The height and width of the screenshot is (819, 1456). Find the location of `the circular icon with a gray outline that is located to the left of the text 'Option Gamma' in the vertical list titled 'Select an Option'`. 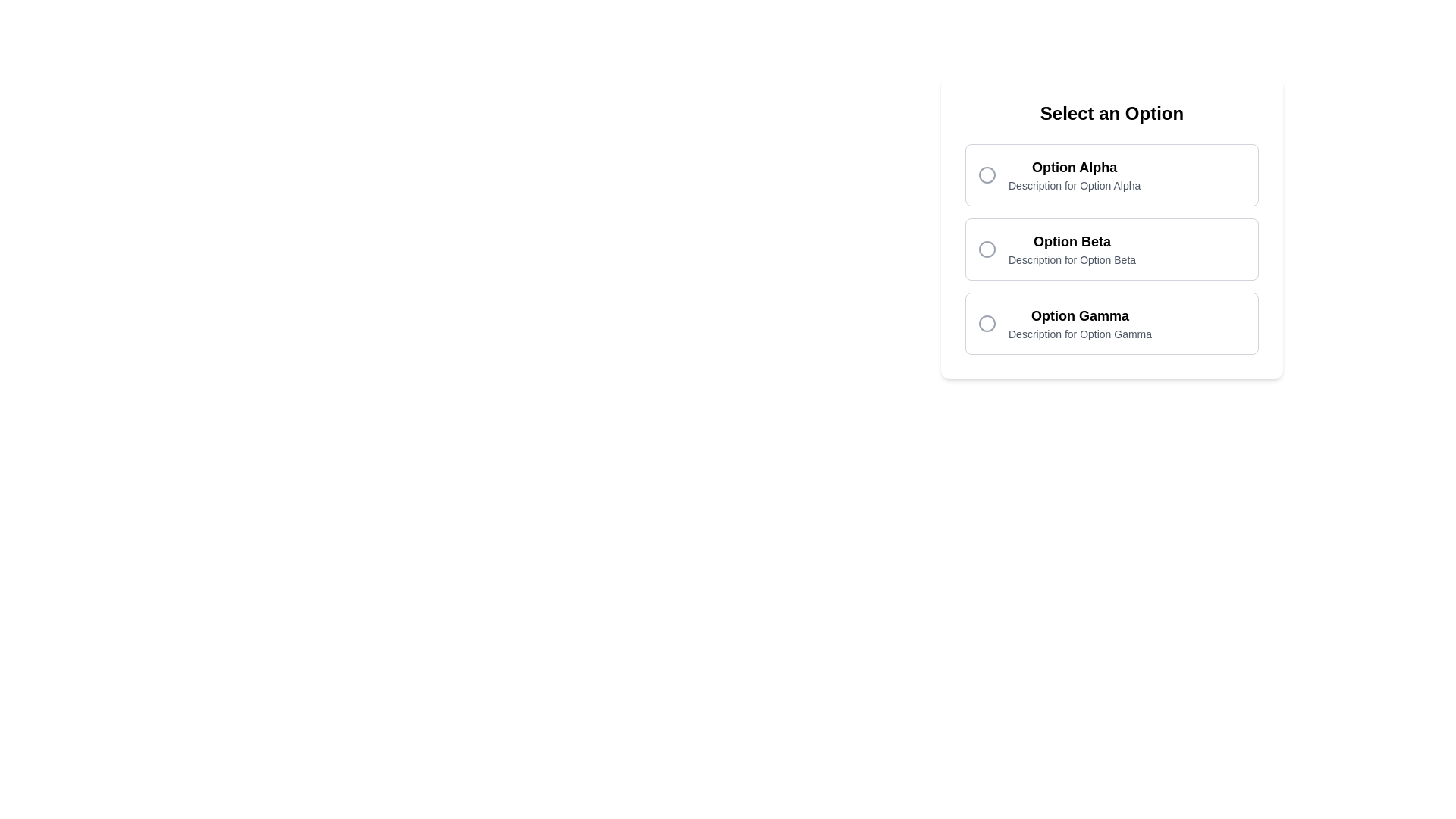

the circular icon with a gray outline that is located to the left of the text 'Option Gamma' in the vertical list titled 'Select an Option' is located at coordinates (987, 323).